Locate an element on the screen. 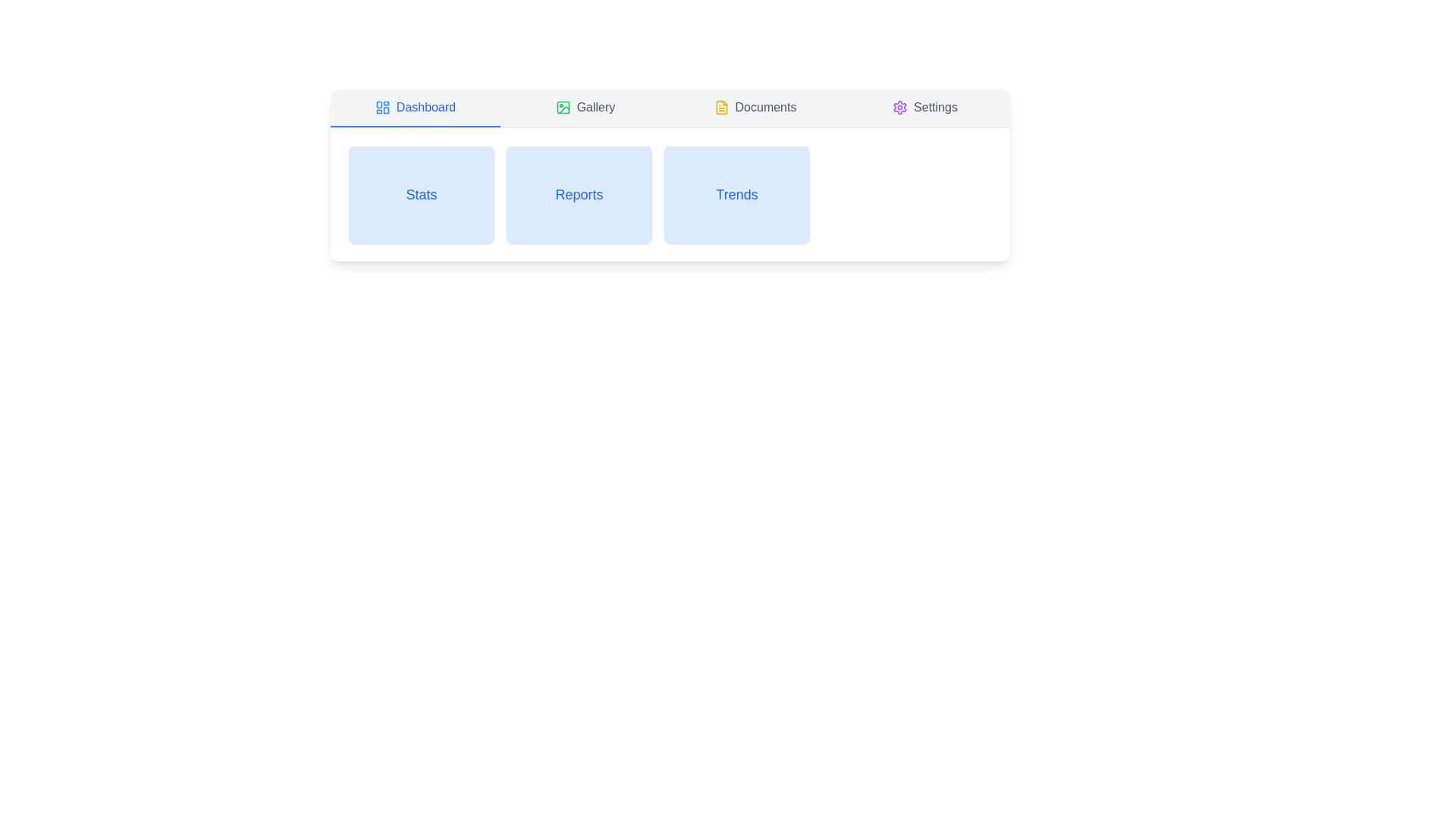 Image resolution: width=1456 pixels, height=819 pixels. the text label displaying 'Gallery', located in the top navigation bar between 'Dashboard' and 'Documents' is located at coordinates (595, 107).